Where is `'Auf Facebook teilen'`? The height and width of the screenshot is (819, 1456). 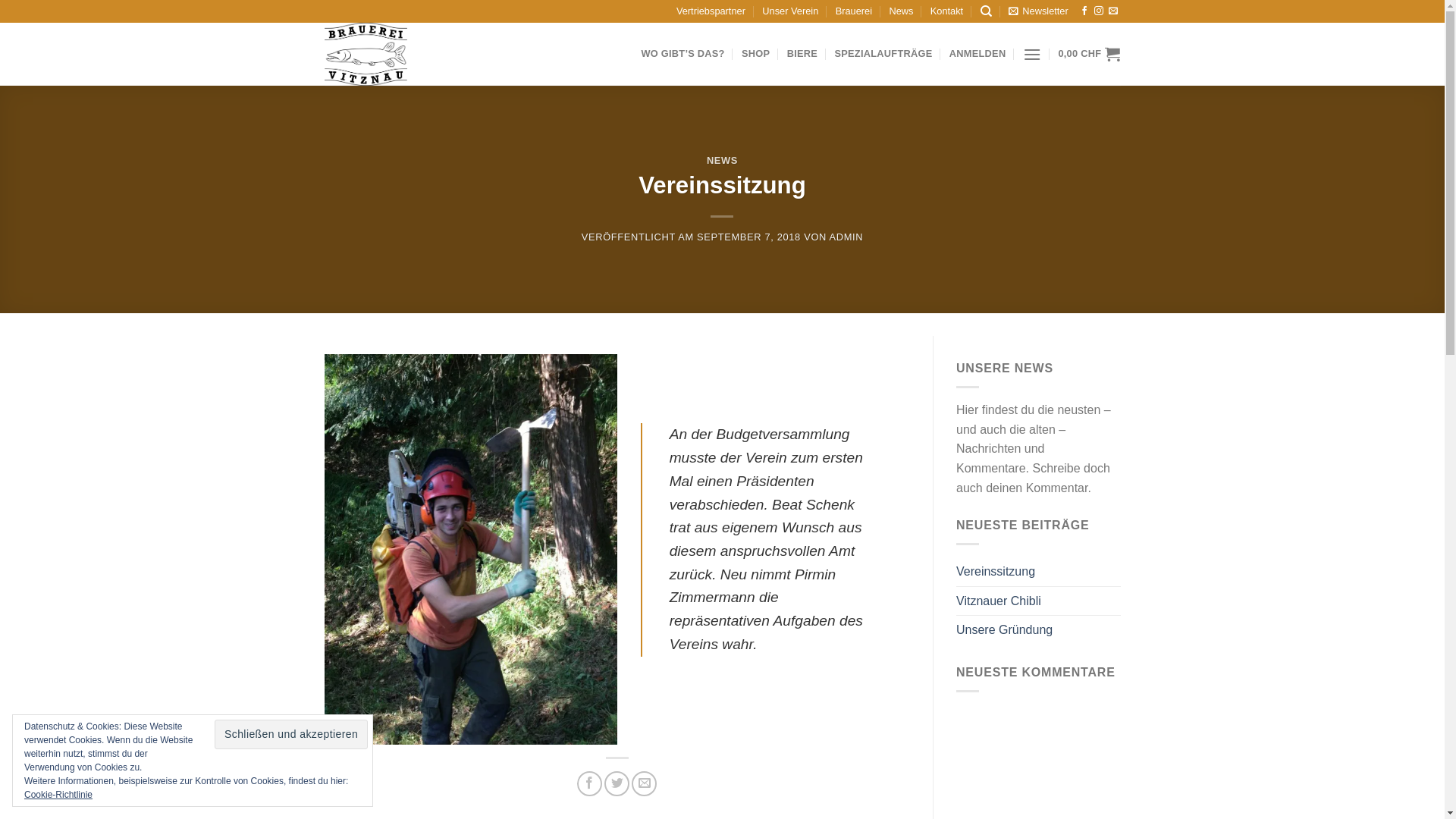
'Auf Facebook teilen' is located at coordinates (588, 783).